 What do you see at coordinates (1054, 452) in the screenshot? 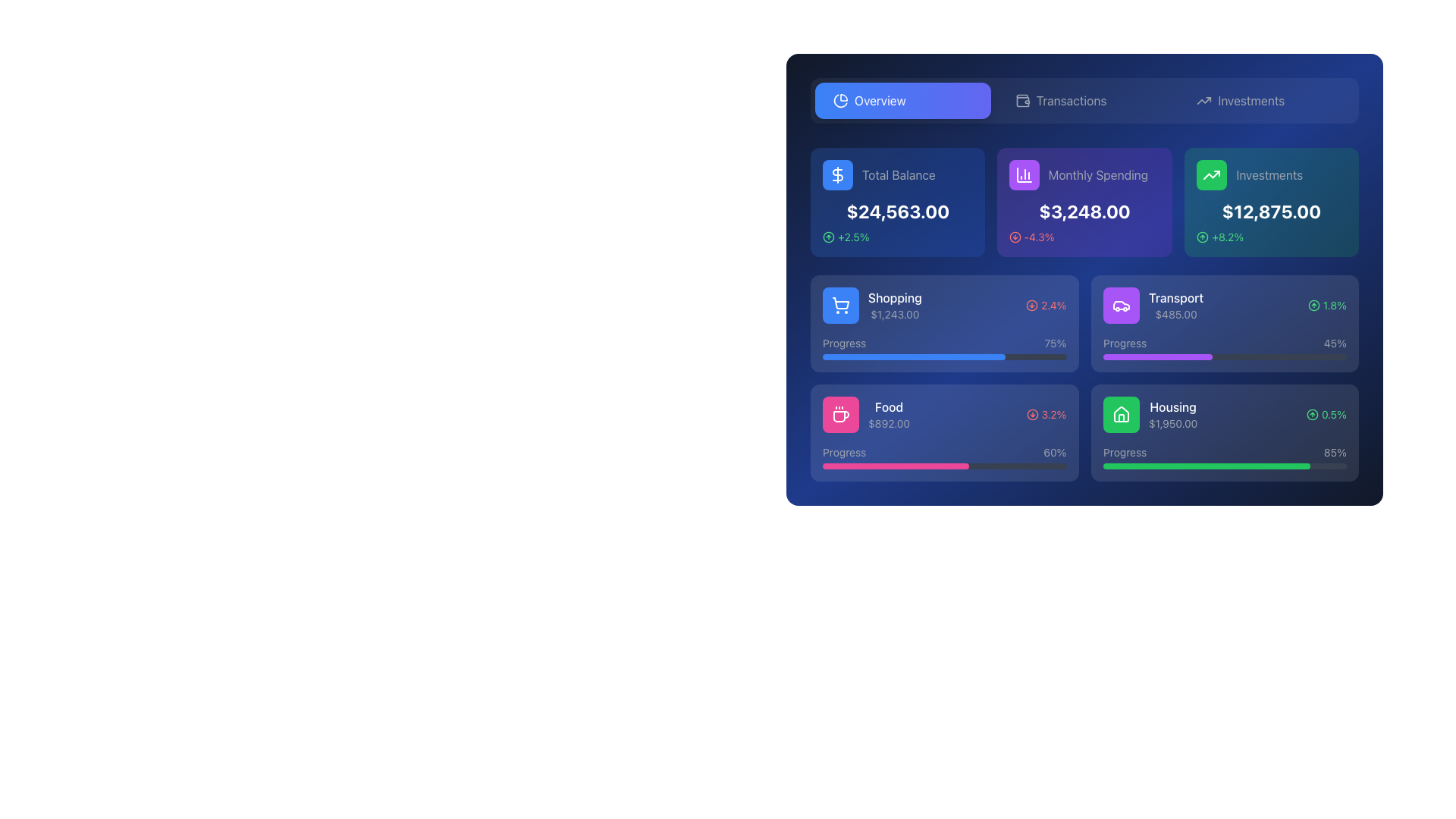
I see `the progress percentage label in the 'Food' category, positioned at the bottom-right of the 'Food' card` at bounding box center [1054, 452].